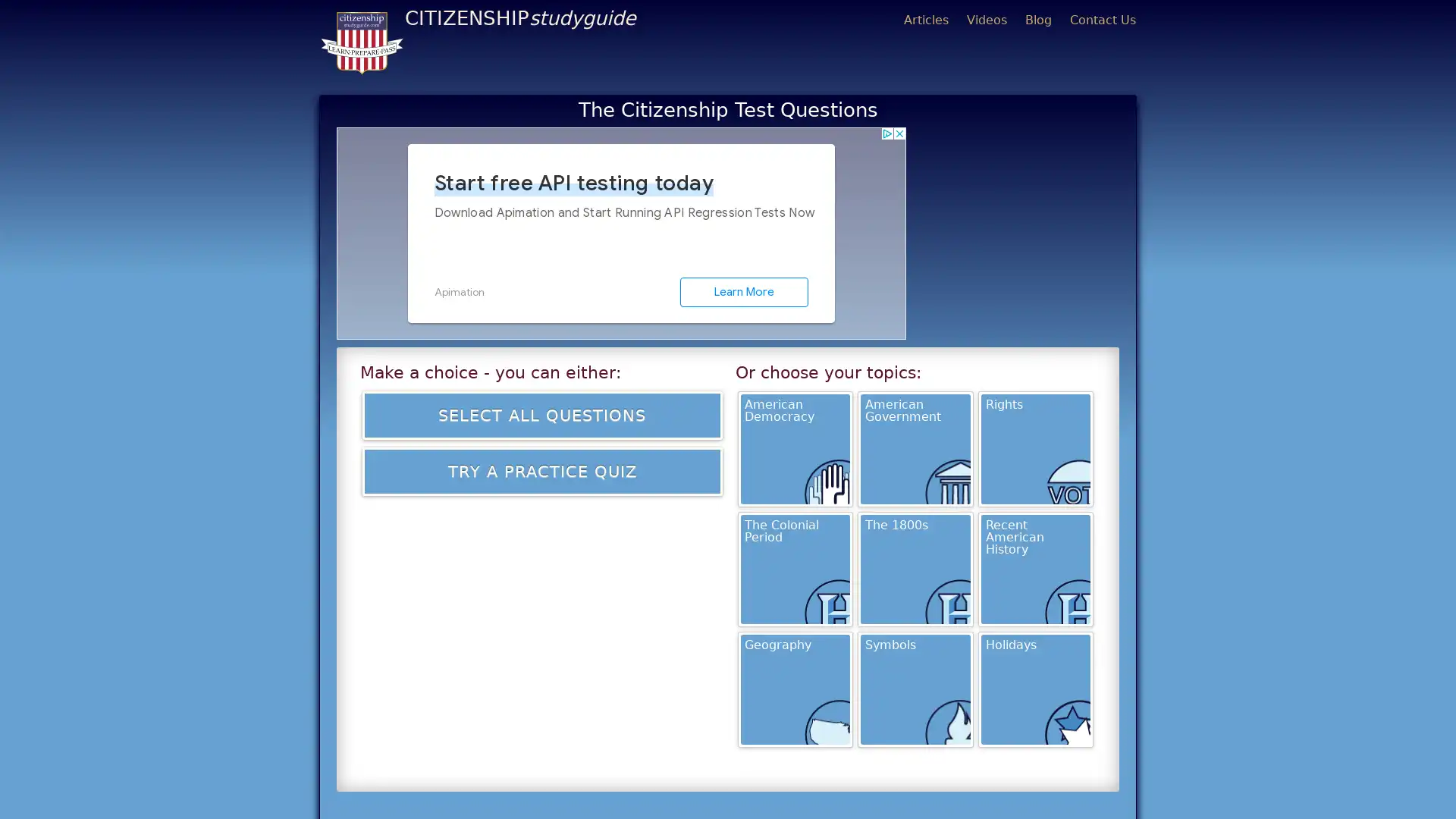 The image size is (1456, 819). What do you see at coordinates (542, 470) in the screenshot?
I see `Try a Practice Quiz` at bounding box center [542, 470].